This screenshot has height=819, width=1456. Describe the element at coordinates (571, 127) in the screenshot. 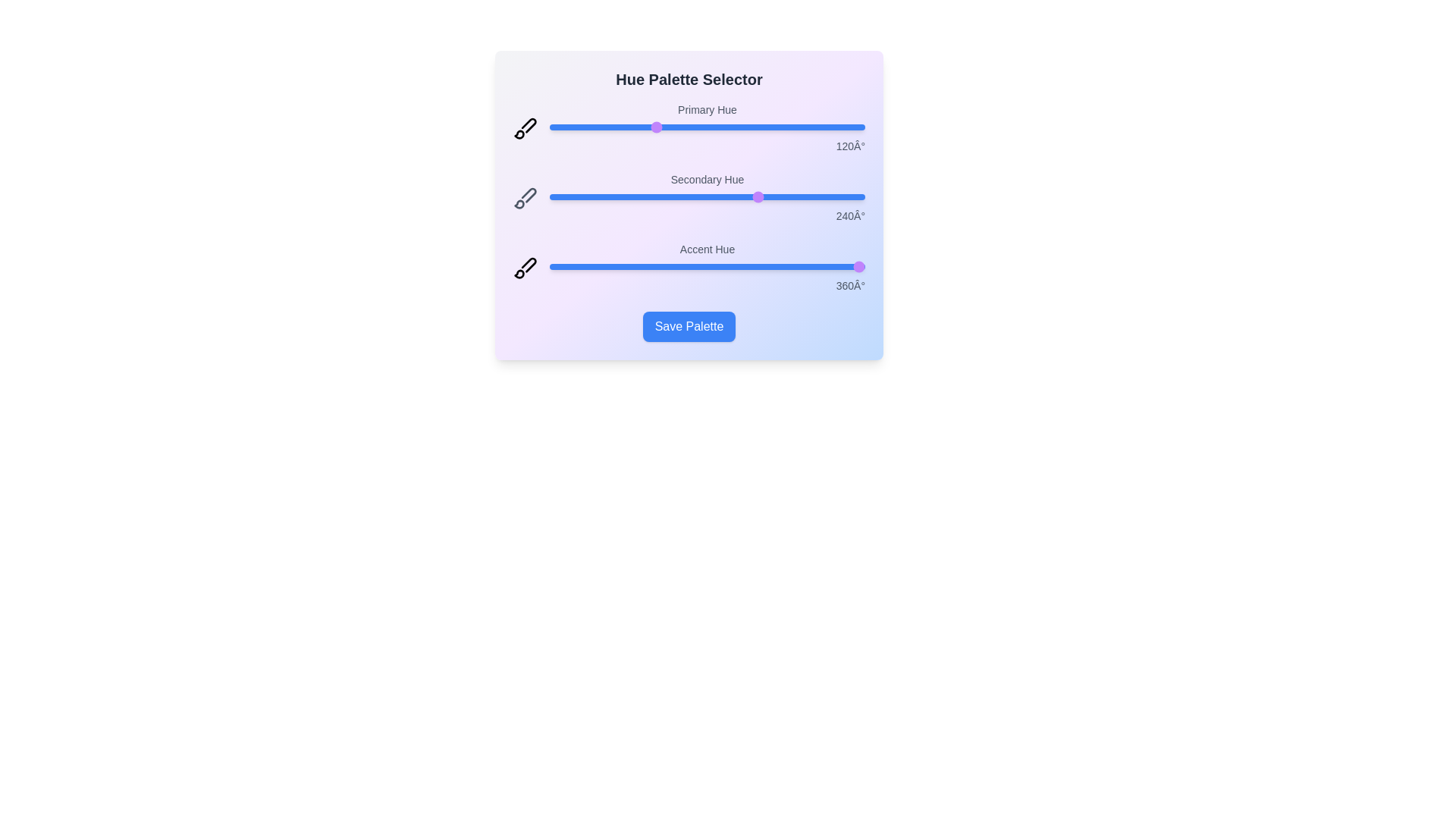

I see `the 'Primary Hue' slider to 26 degrees` at that location.